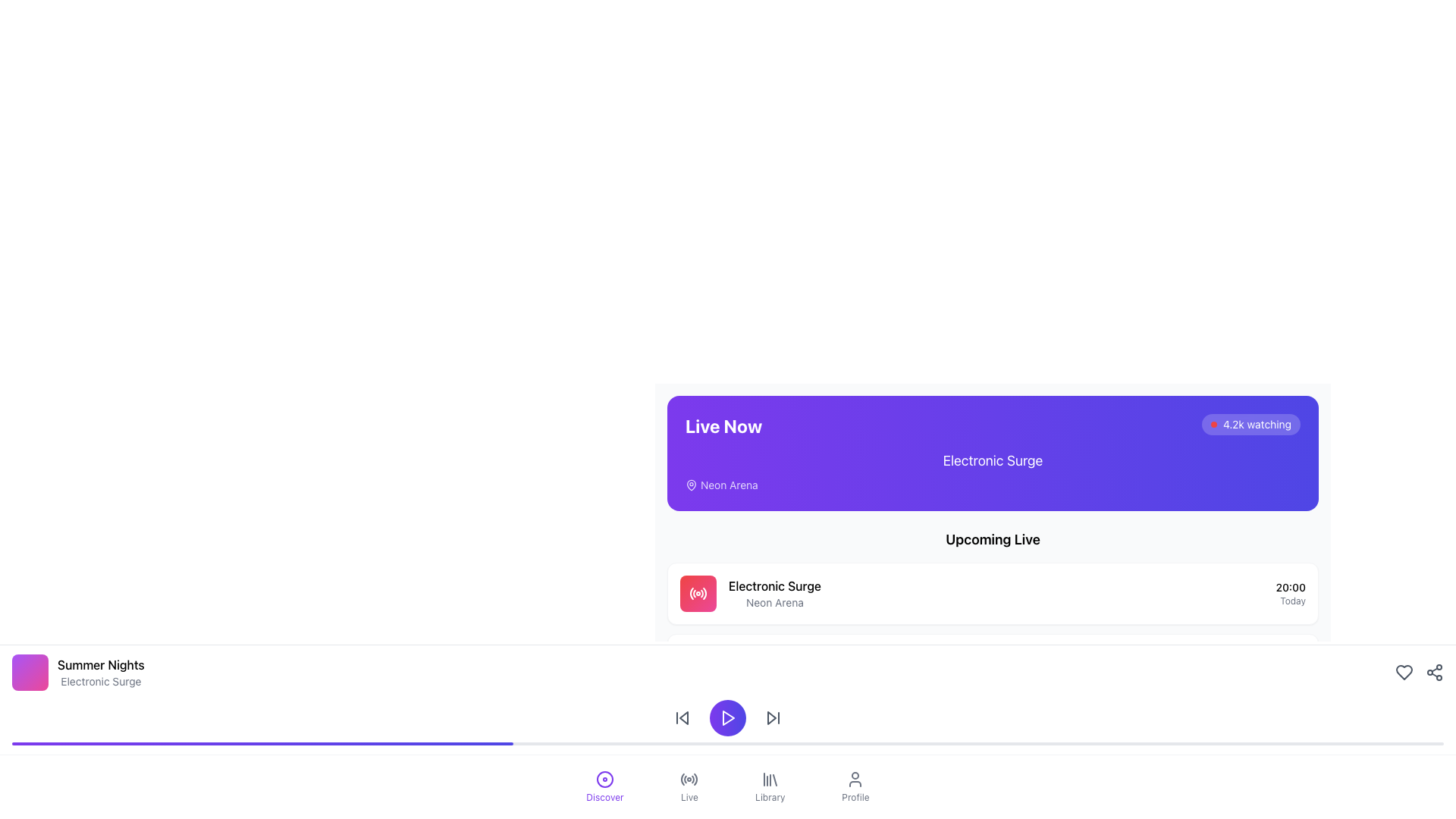 The image size is (1456, 819). What do you see at coordinates (691, 485) in the screenshot?
I see `the map pin element, which has a pointed bottom and a circular top, located on the left side of the 'Live Now' section near 'Neon Arena'` at bounding box center [691, 485].